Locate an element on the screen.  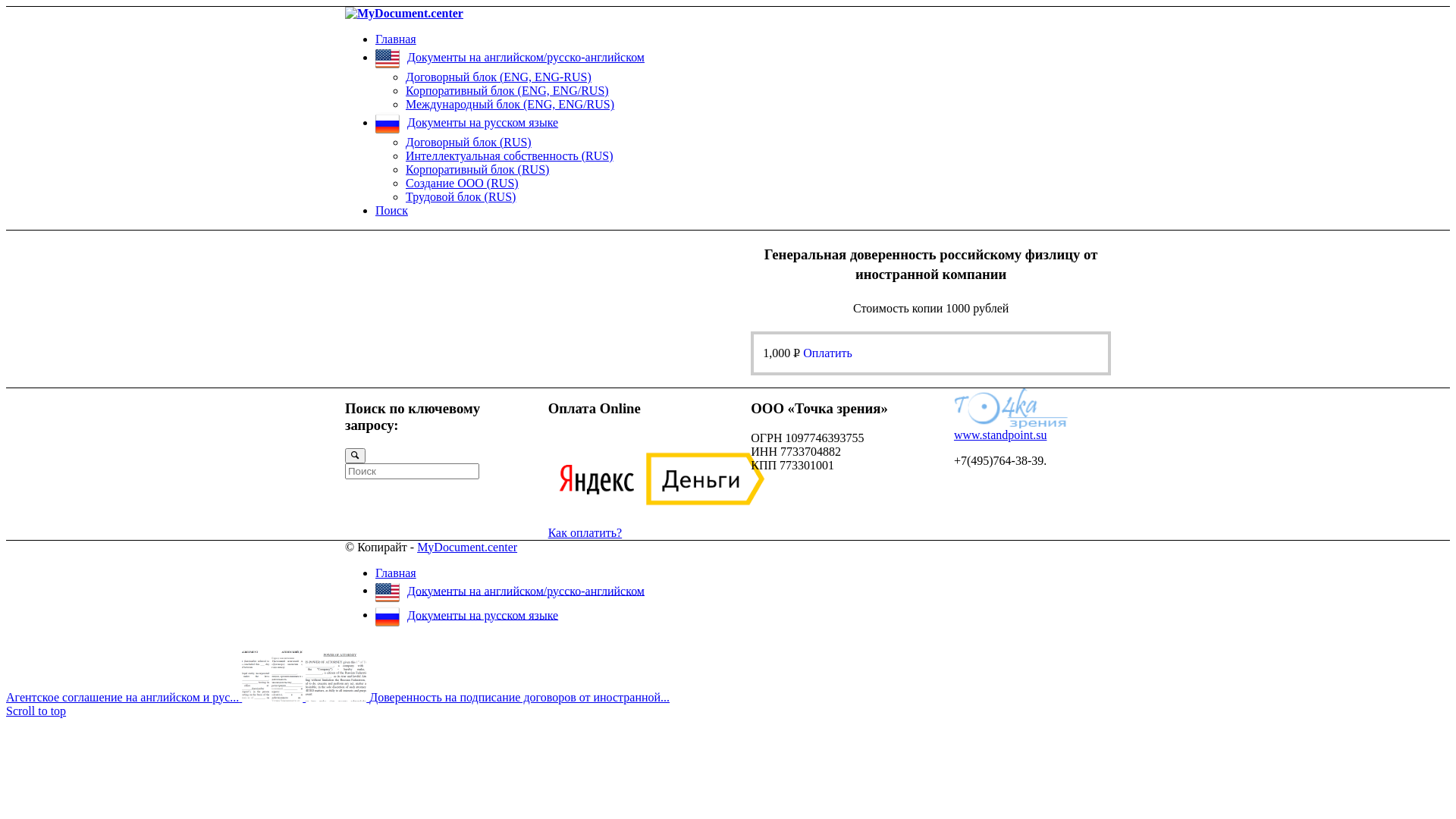
'www.standpoint.su' is located at coordinates (952, 435).